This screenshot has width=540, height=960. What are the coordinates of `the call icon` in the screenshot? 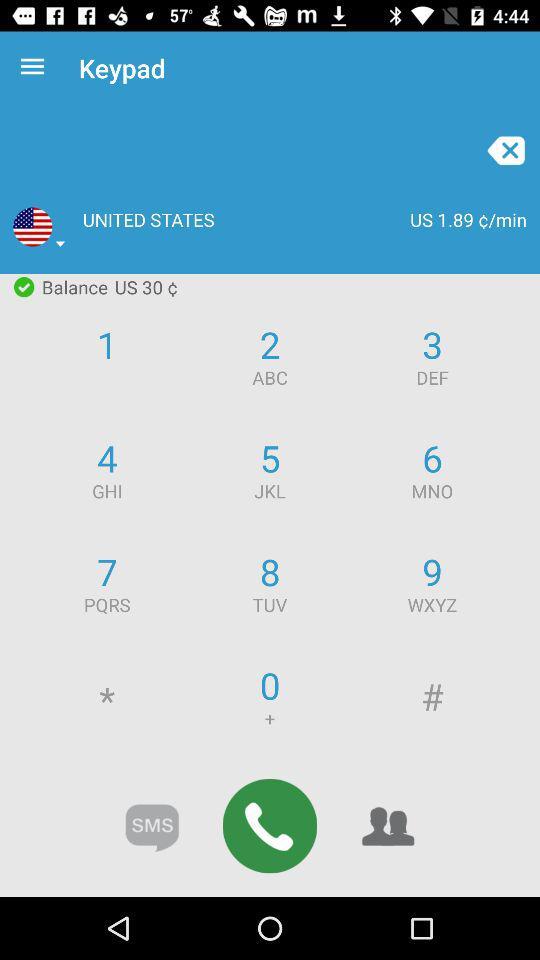 It's located at (270, 826).